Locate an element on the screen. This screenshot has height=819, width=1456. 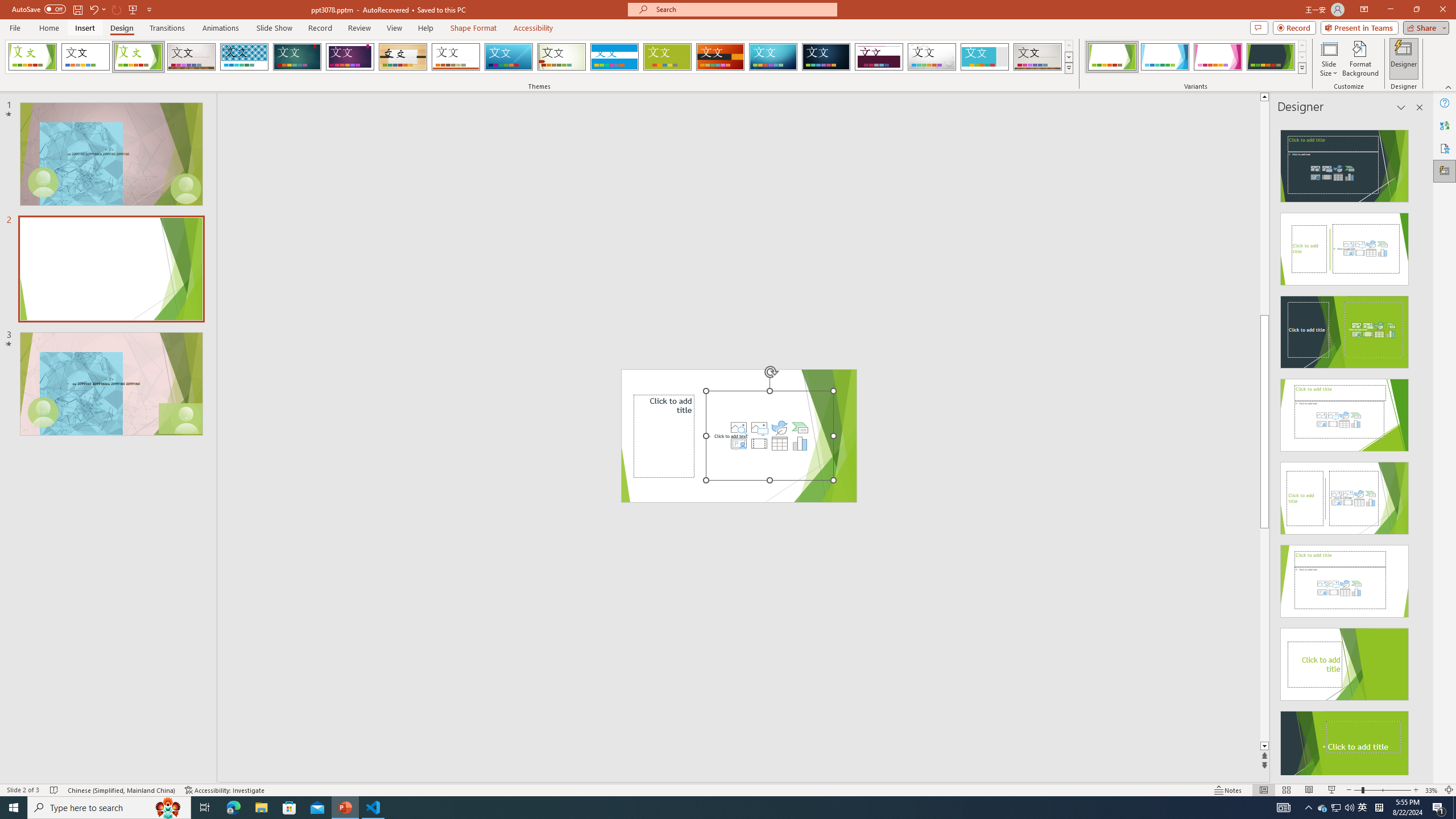
'Integral' is located at coordinates (244, 56).